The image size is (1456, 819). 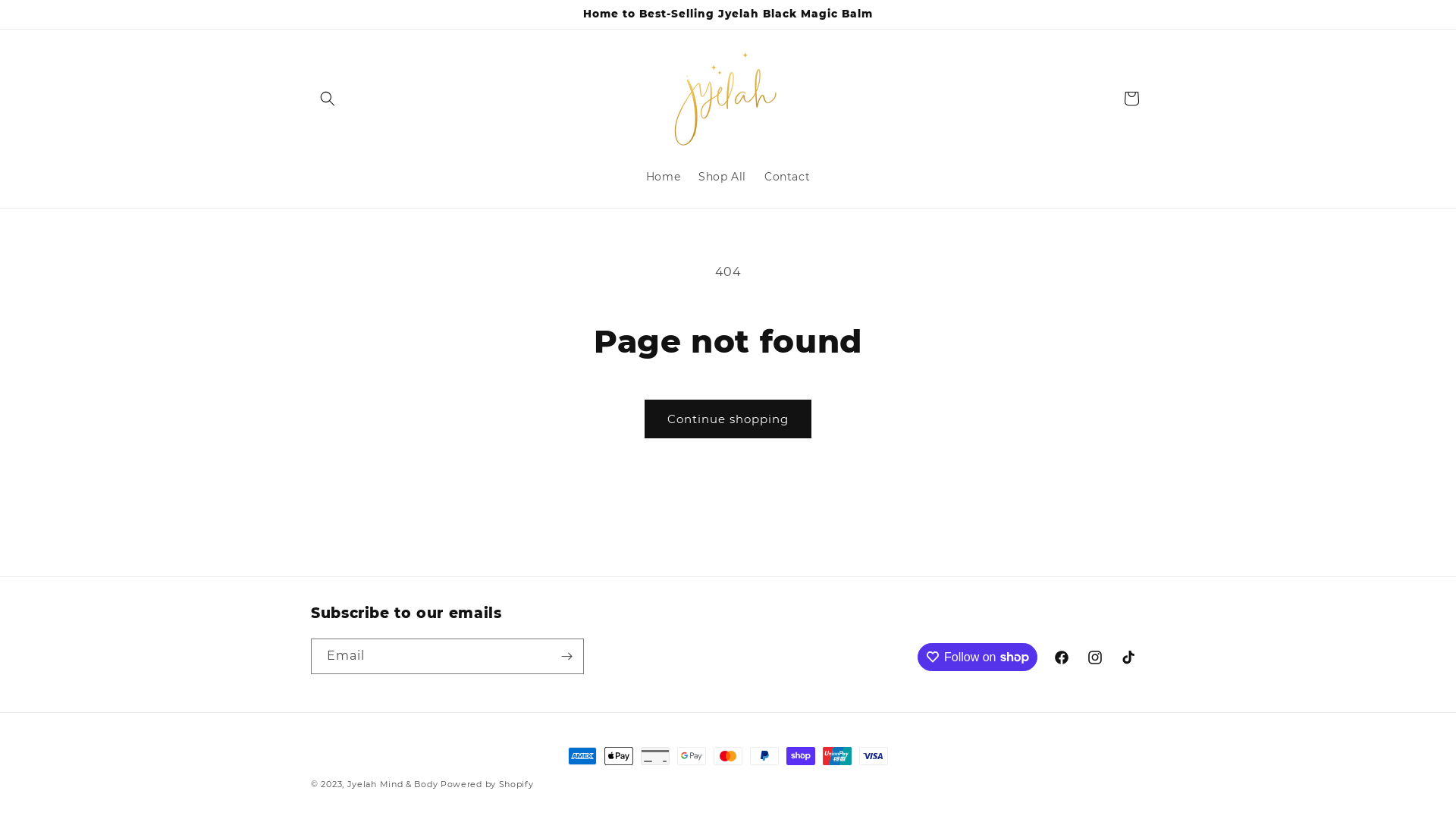 What do you see at coordinates (663, 175) in the screenshot?
I see `'Home'` at bounding box center [663, 175].